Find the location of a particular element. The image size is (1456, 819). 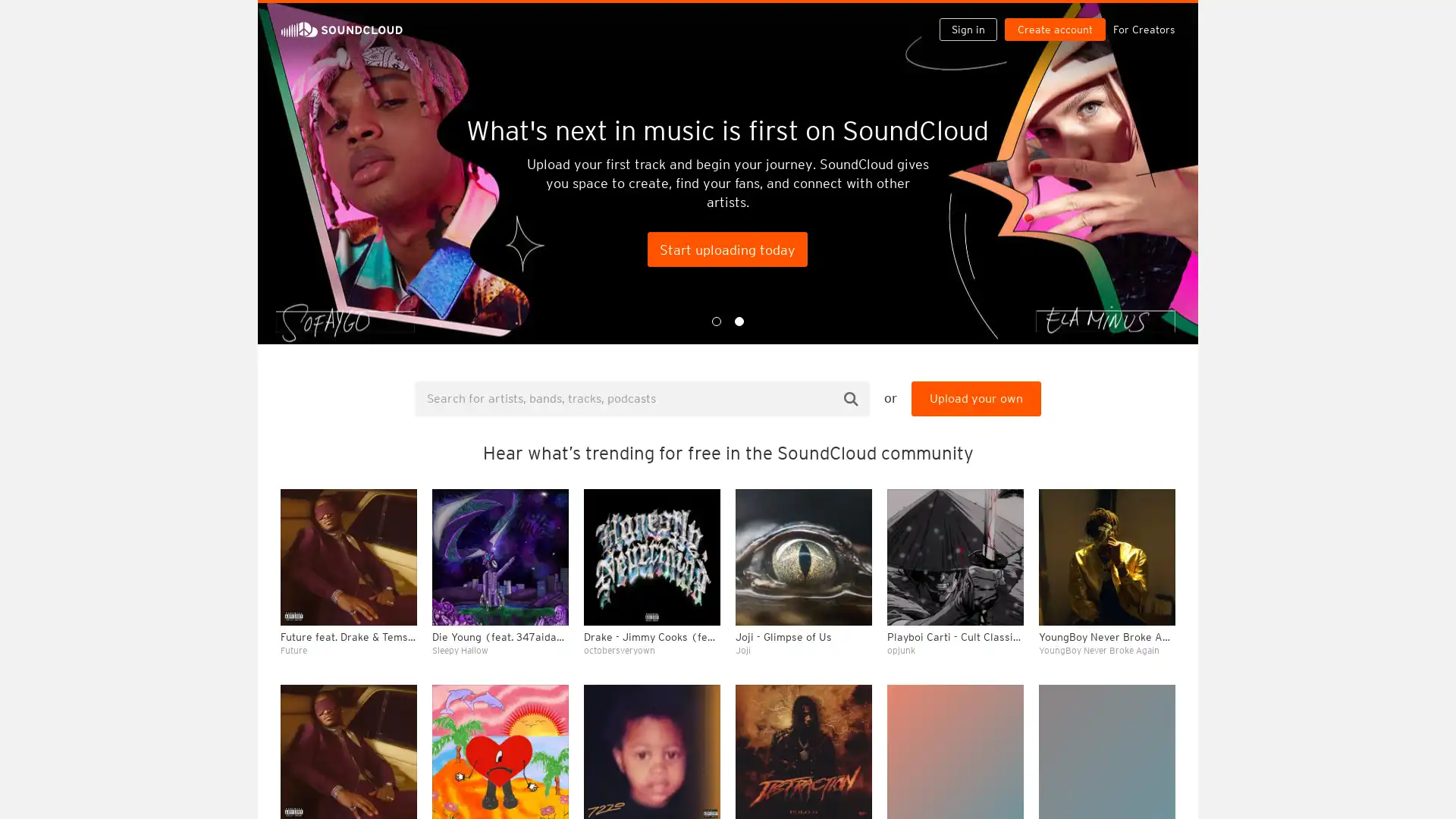

Sign in is located at coordinates (967, 29).